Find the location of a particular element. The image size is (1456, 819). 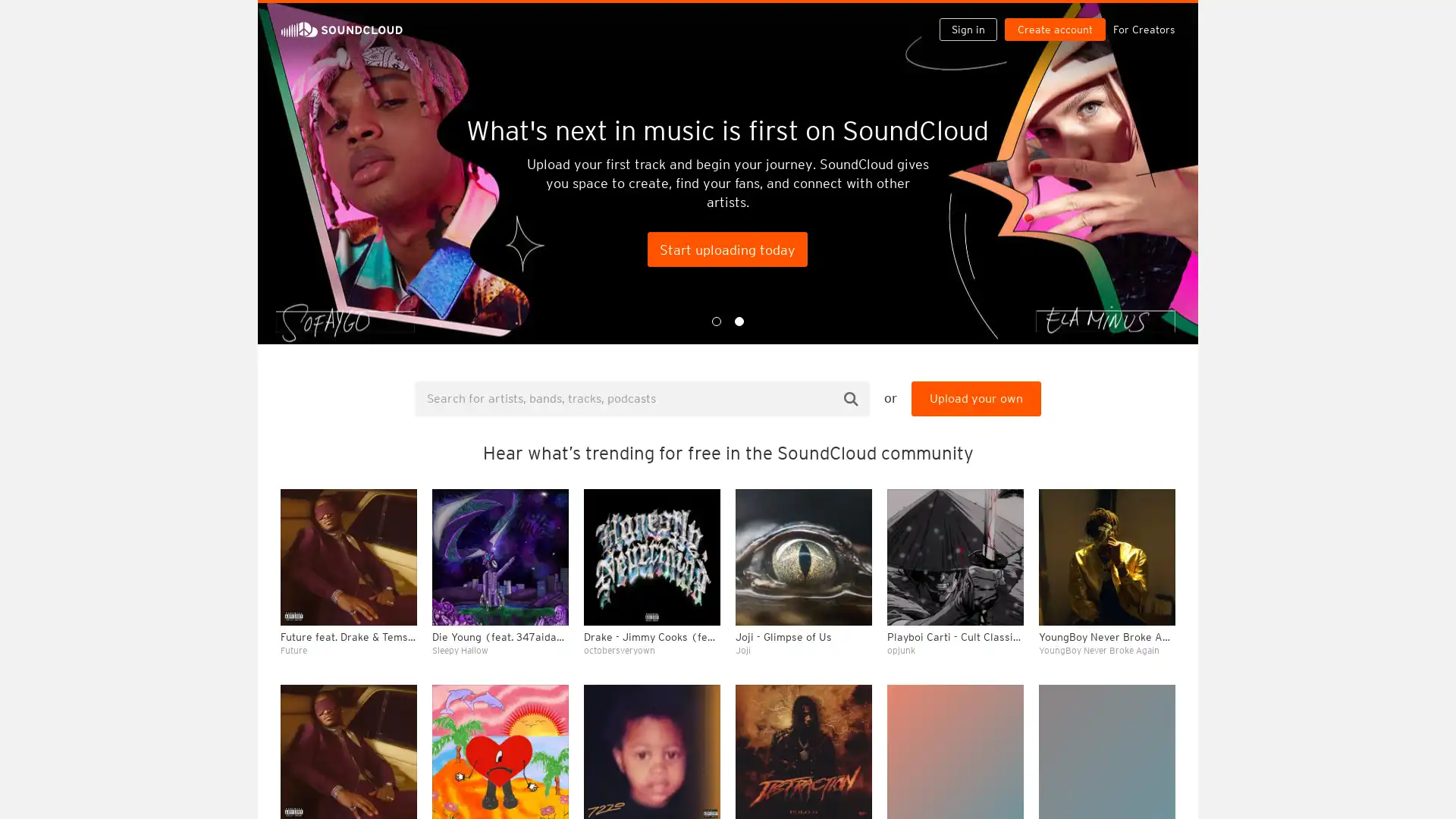

Sign in is located at coordinates (967, 29).